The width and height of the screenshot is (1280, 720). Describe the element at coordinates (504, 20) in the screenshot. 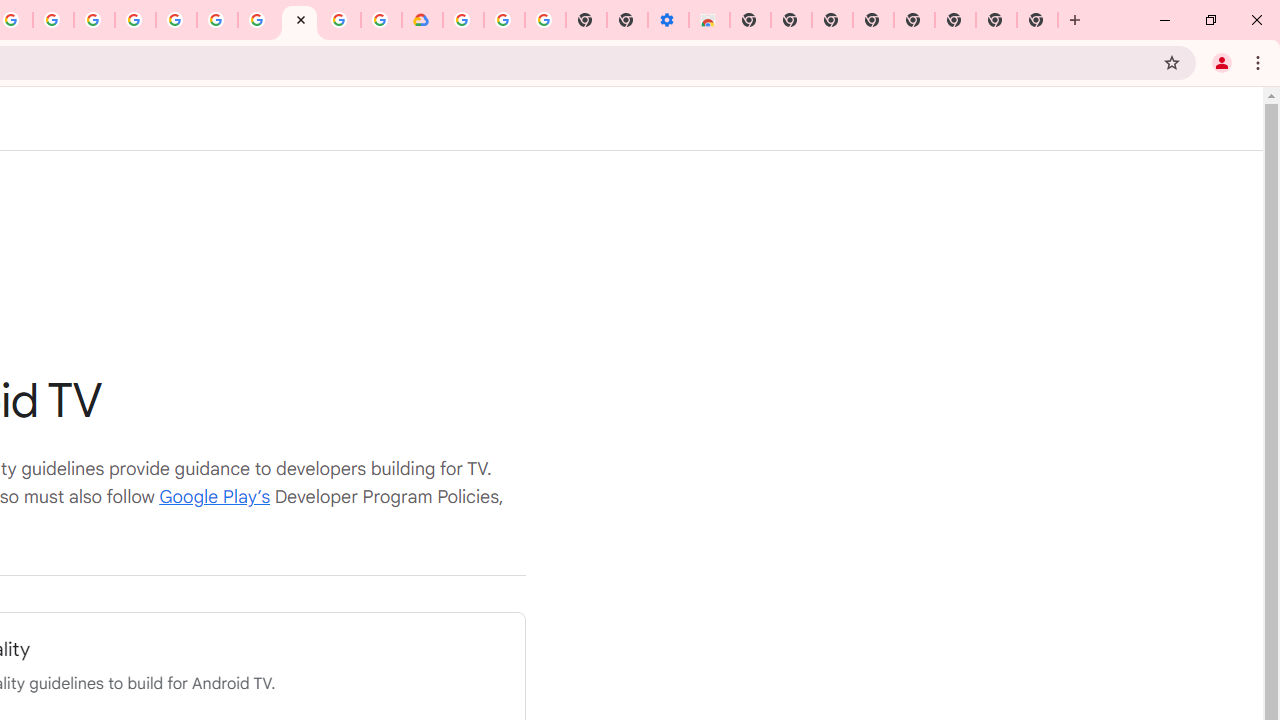

I see `'Google Account Help'` at that location.